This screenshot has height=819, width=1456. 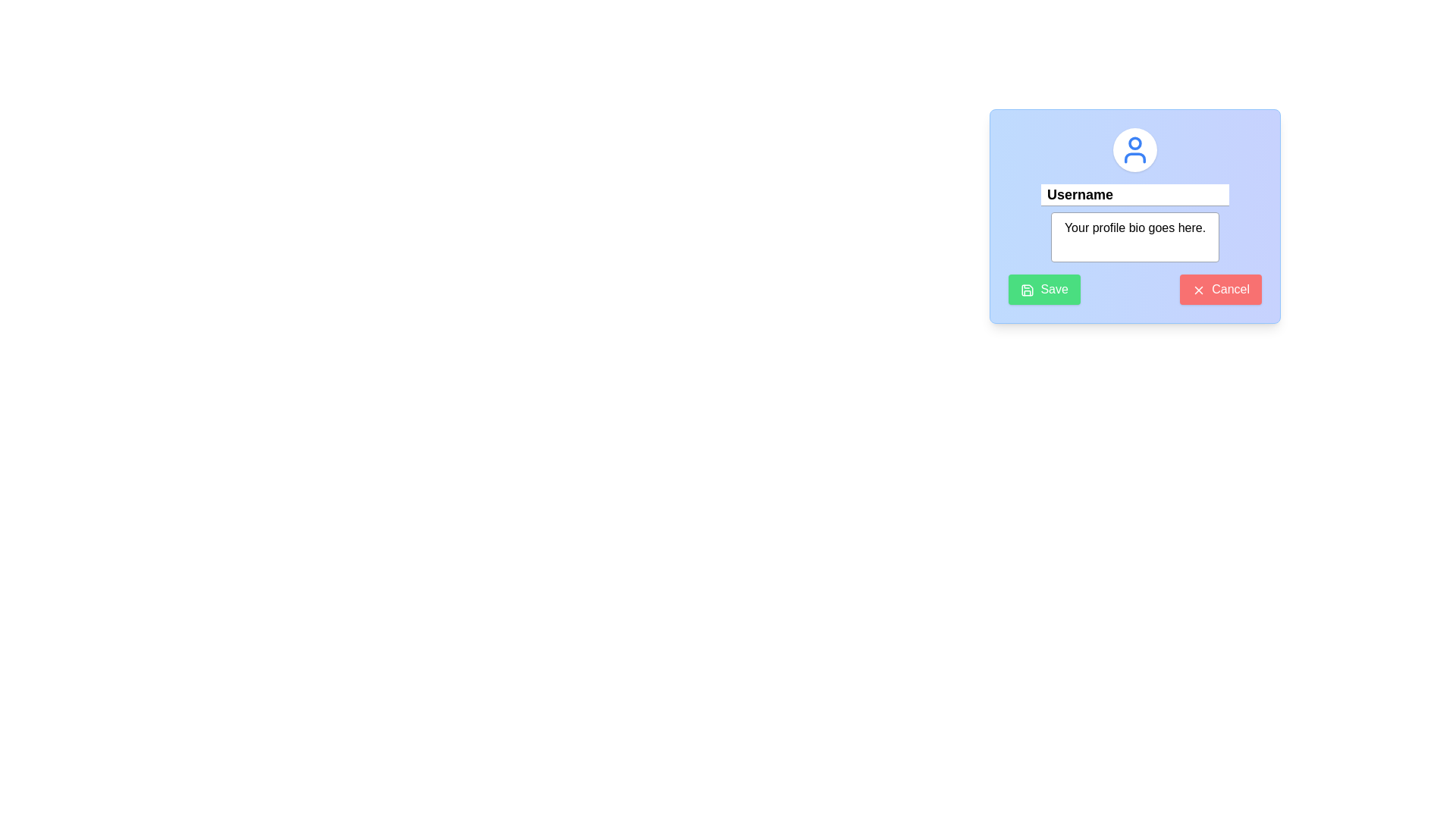 I want to click on the 'X' icon within the 'Cancel' button, so click(x=1197, y=290).